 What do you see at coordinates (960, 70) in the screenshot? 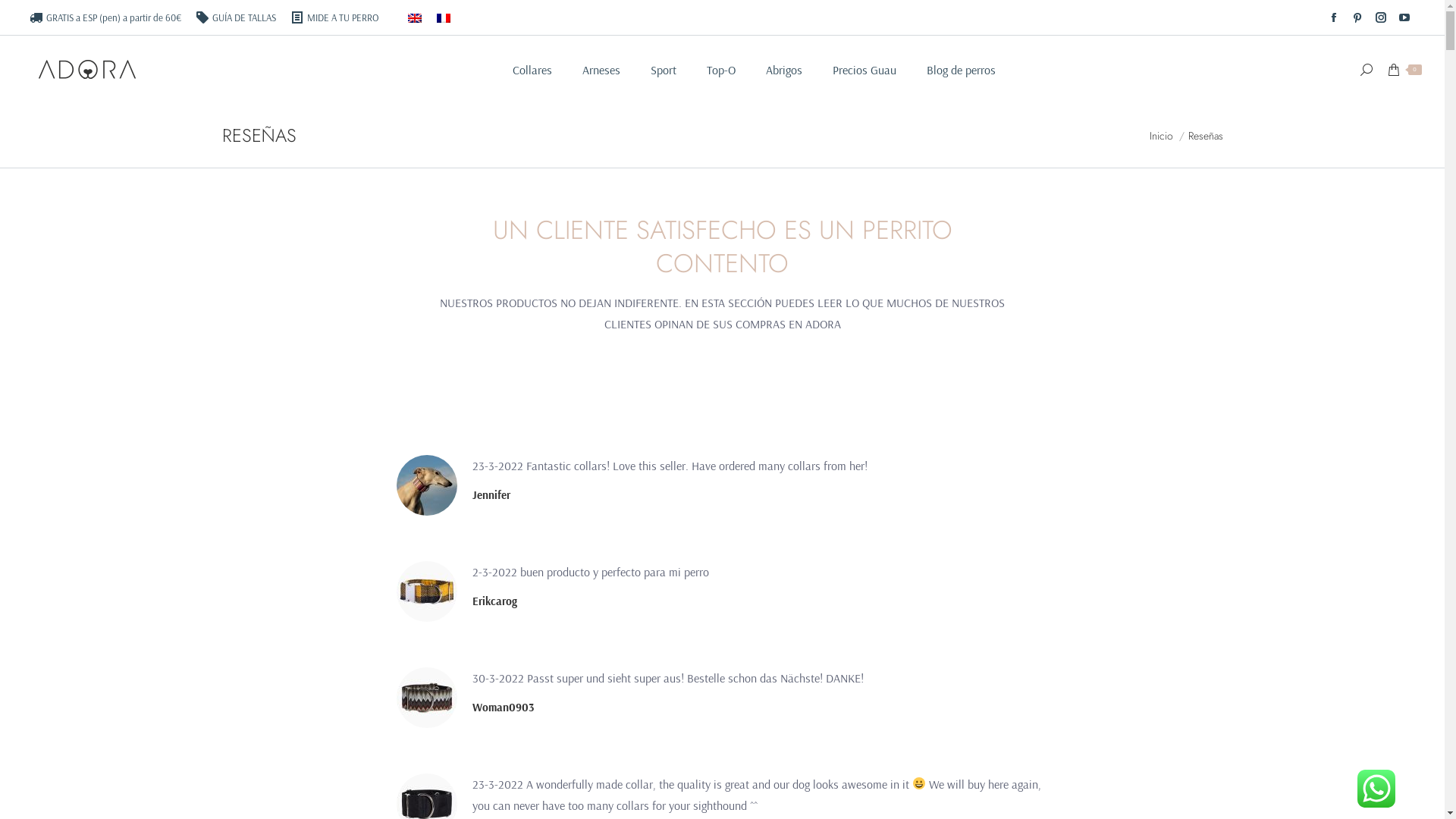
I see `'Blog de perros'` at bounding box center [960, 70].